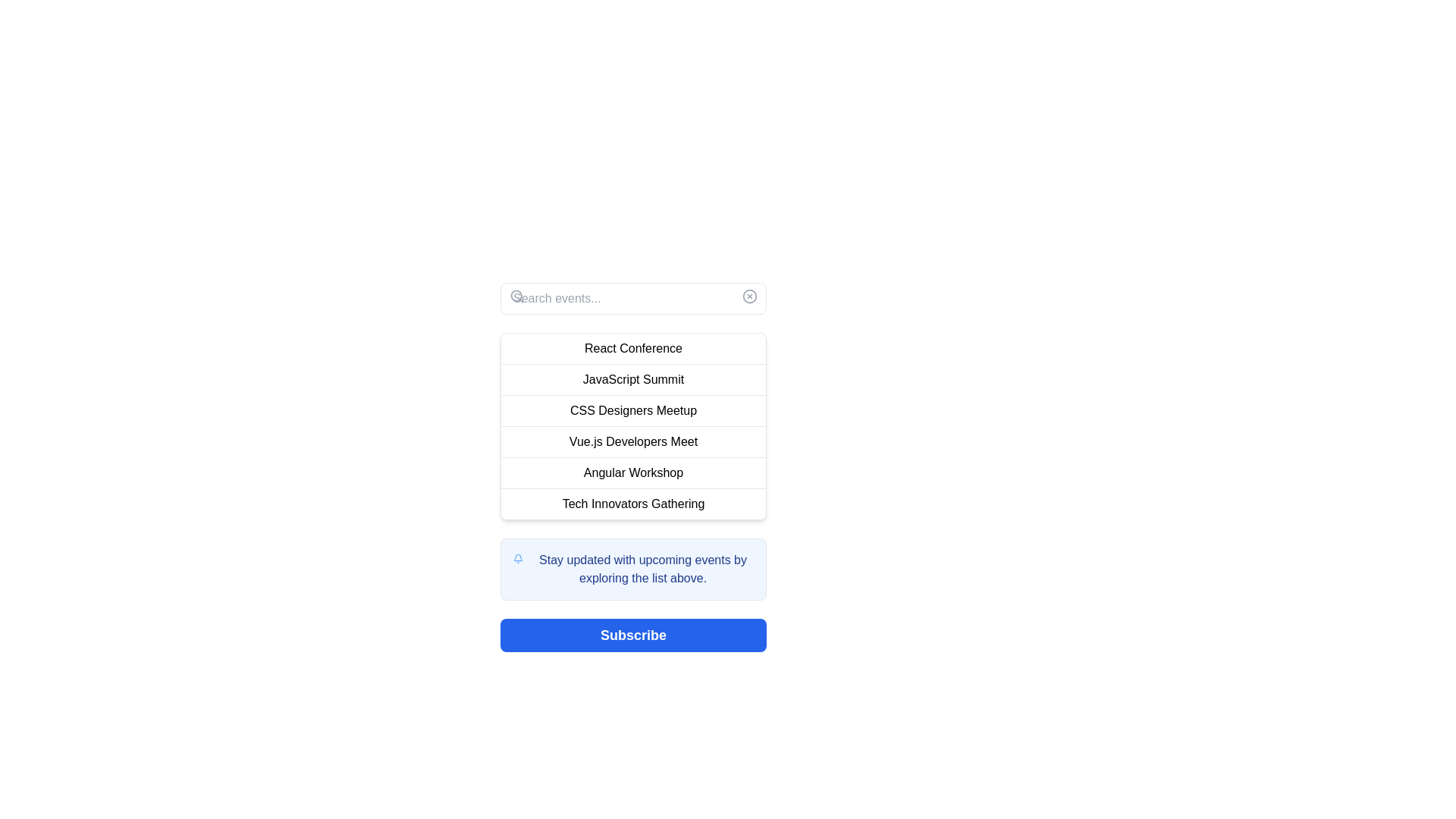  I want to click on the list item titled 'JavaScript Summit', so click(633, 378).